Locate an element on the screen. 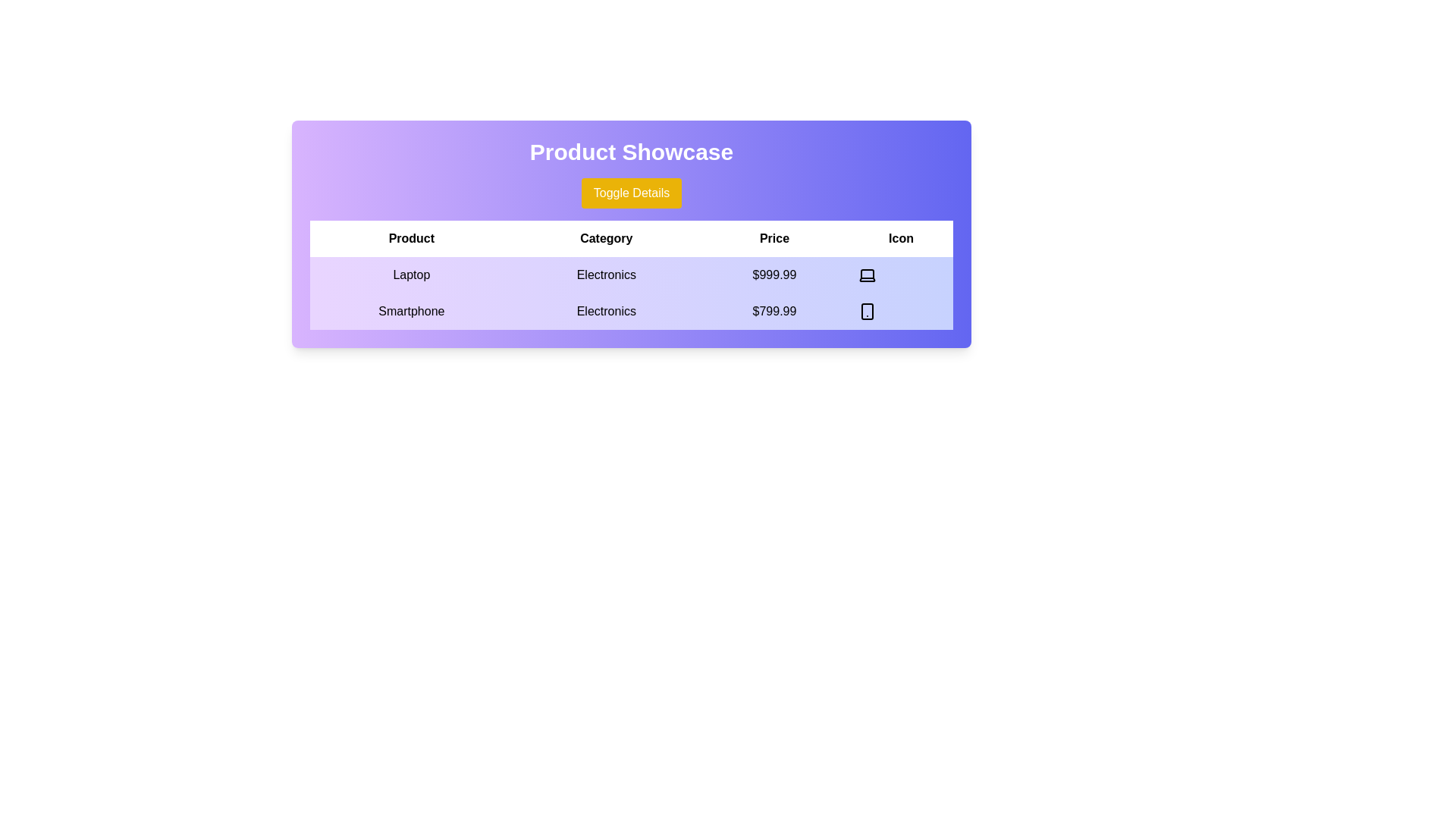 The image size is (1456, 819). the main rectangular shape of the smartphone icon located in the 'Icon' column of the second table row labeled 'Smartphone' is located at coordinates (867, 311).